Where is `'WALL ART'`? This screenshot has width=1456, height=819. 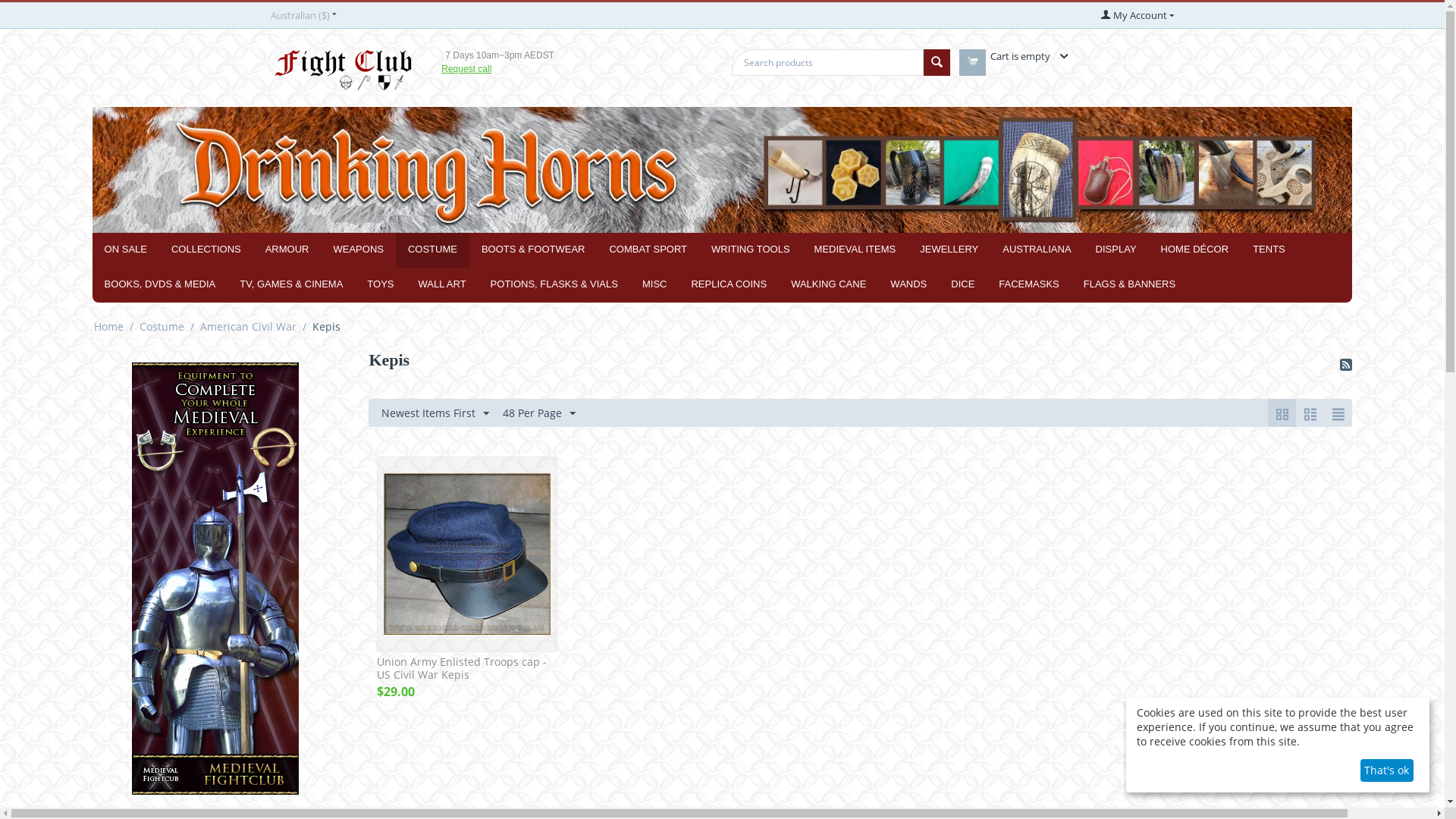 'WALL ART' is located at coordinates (441, 284).